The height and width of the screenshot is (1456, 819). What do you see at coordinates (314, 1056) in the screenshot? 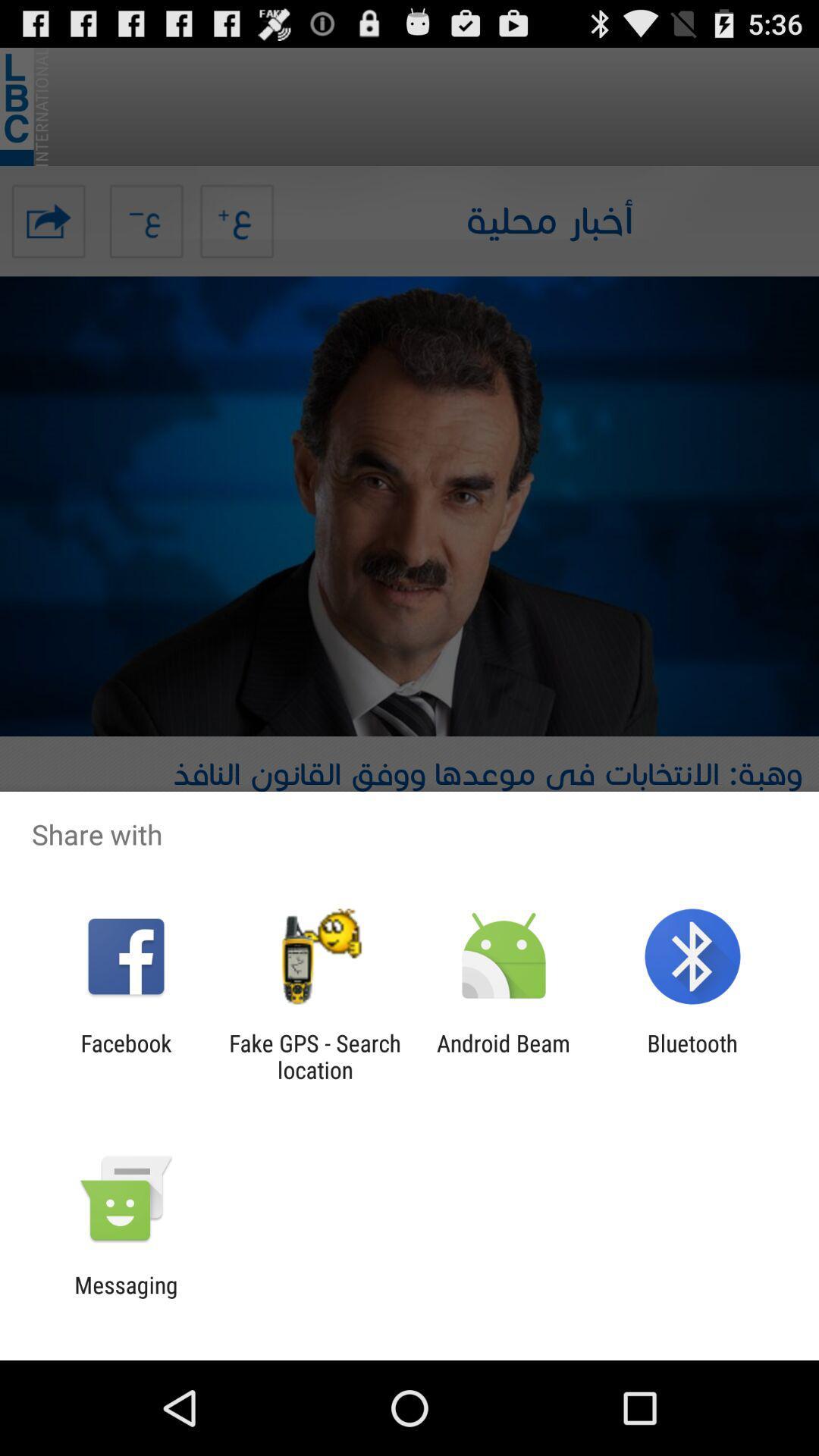
I see `fake gps search app` at bounding box center [314, 1056].